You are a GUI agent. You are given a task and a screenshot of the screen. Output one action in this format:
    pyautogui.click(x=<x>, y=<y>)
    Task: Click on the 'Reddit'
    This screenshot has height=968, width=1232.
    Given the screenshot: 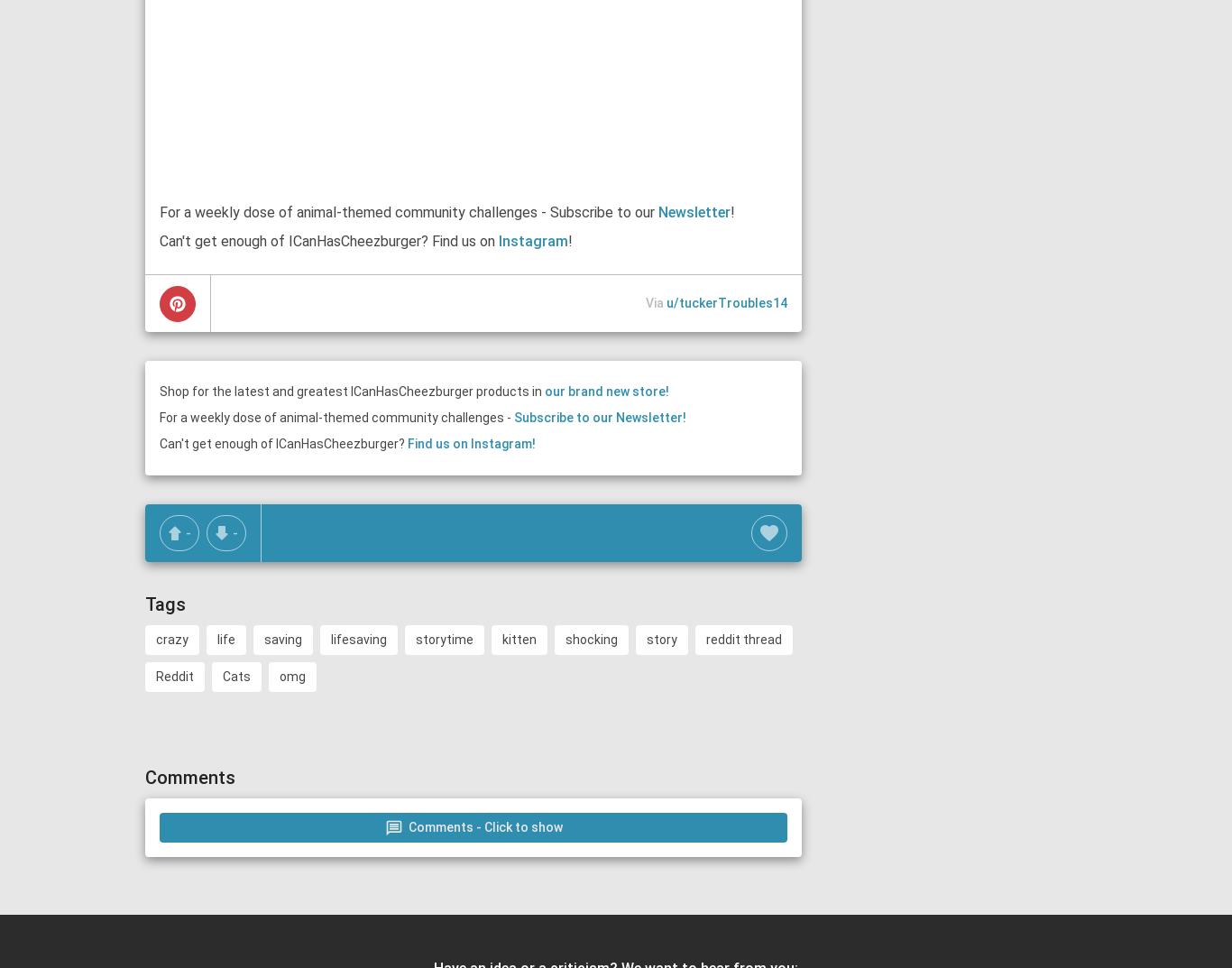 What is the action you would take?
    pyautogui.click(x=173, y=676)
    